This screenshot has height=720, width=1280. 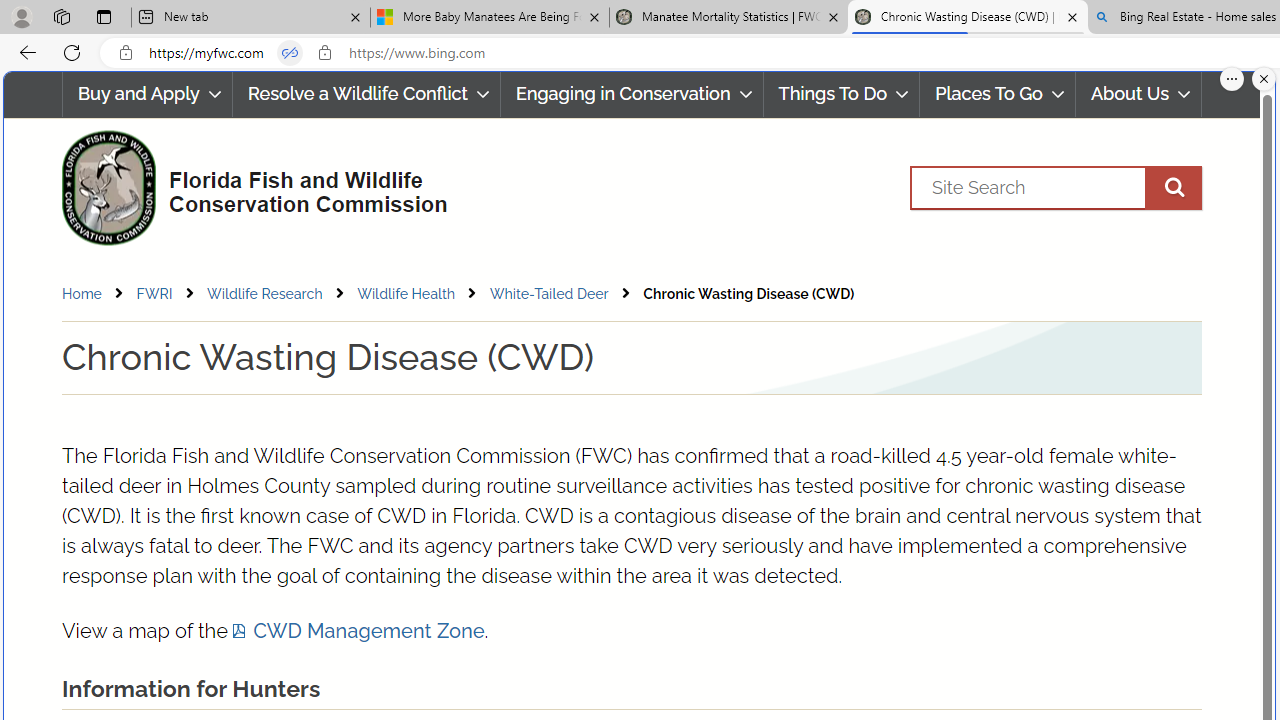 I want to click on 'Close split screen.', so click(x=1263, y=78).